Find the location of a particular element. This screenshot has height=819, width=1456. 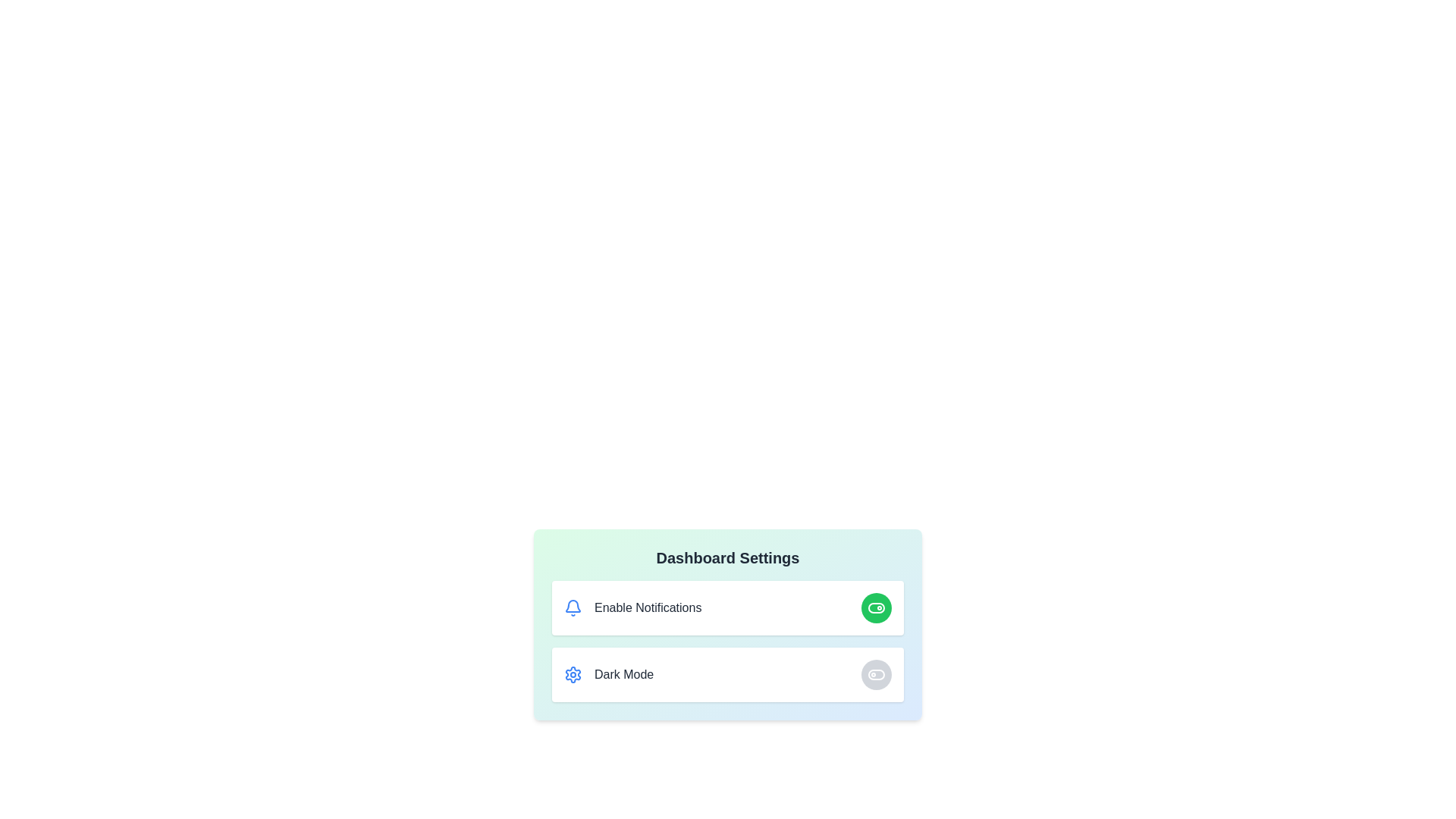

the 'Enable Notifications' text label is located at coordinates (648, 607).